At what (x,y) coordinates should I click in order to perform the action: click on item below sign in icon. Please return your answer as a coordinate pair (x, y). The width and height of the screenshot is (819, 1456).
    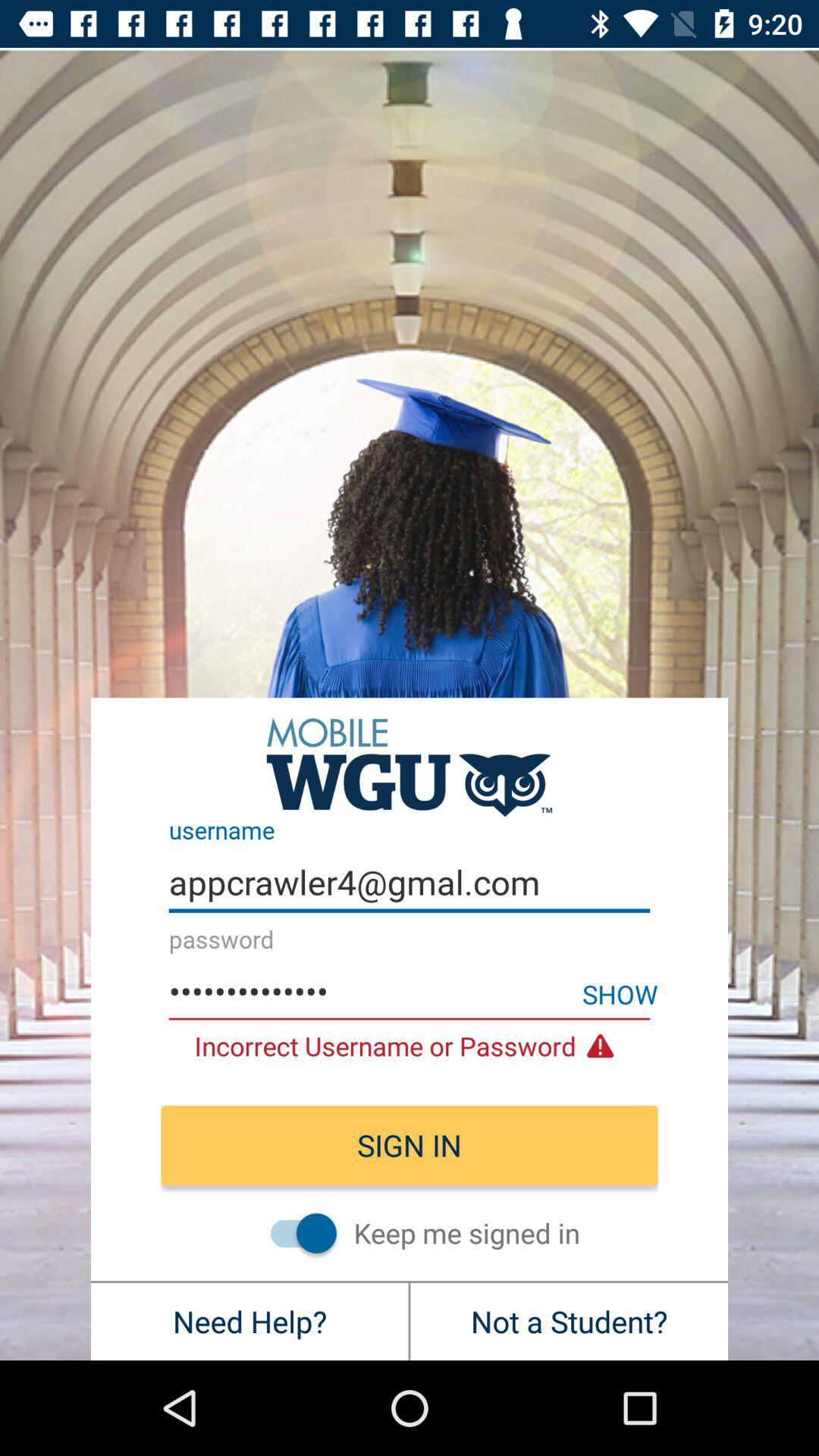
    Looking at the image, I should click on (296, 1233).